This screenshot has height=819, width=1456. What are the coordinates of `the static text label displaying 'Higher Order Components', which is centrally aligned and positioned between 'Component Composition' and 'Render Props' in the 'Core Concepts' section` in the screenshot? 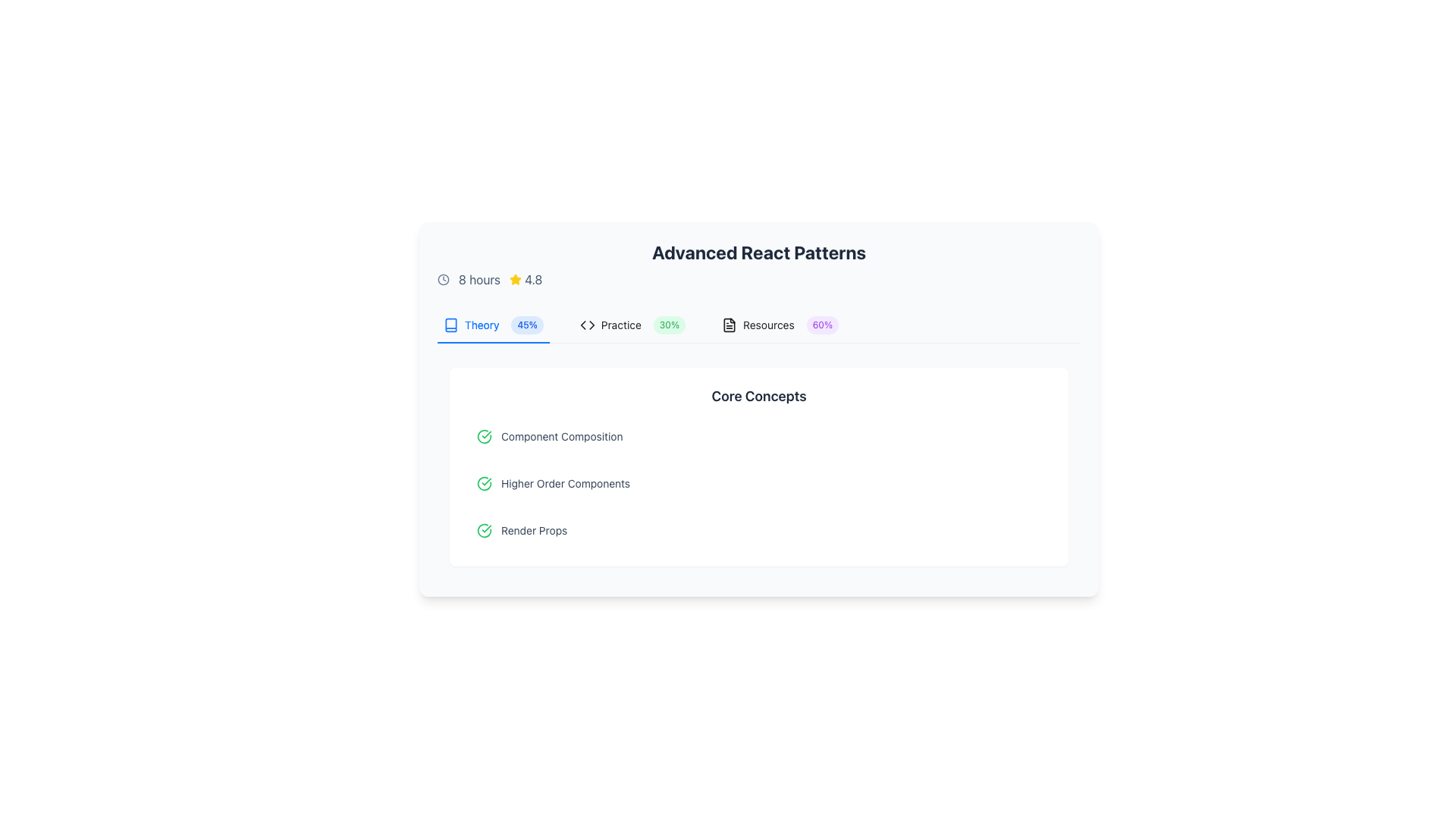 It's located at (565, 483).